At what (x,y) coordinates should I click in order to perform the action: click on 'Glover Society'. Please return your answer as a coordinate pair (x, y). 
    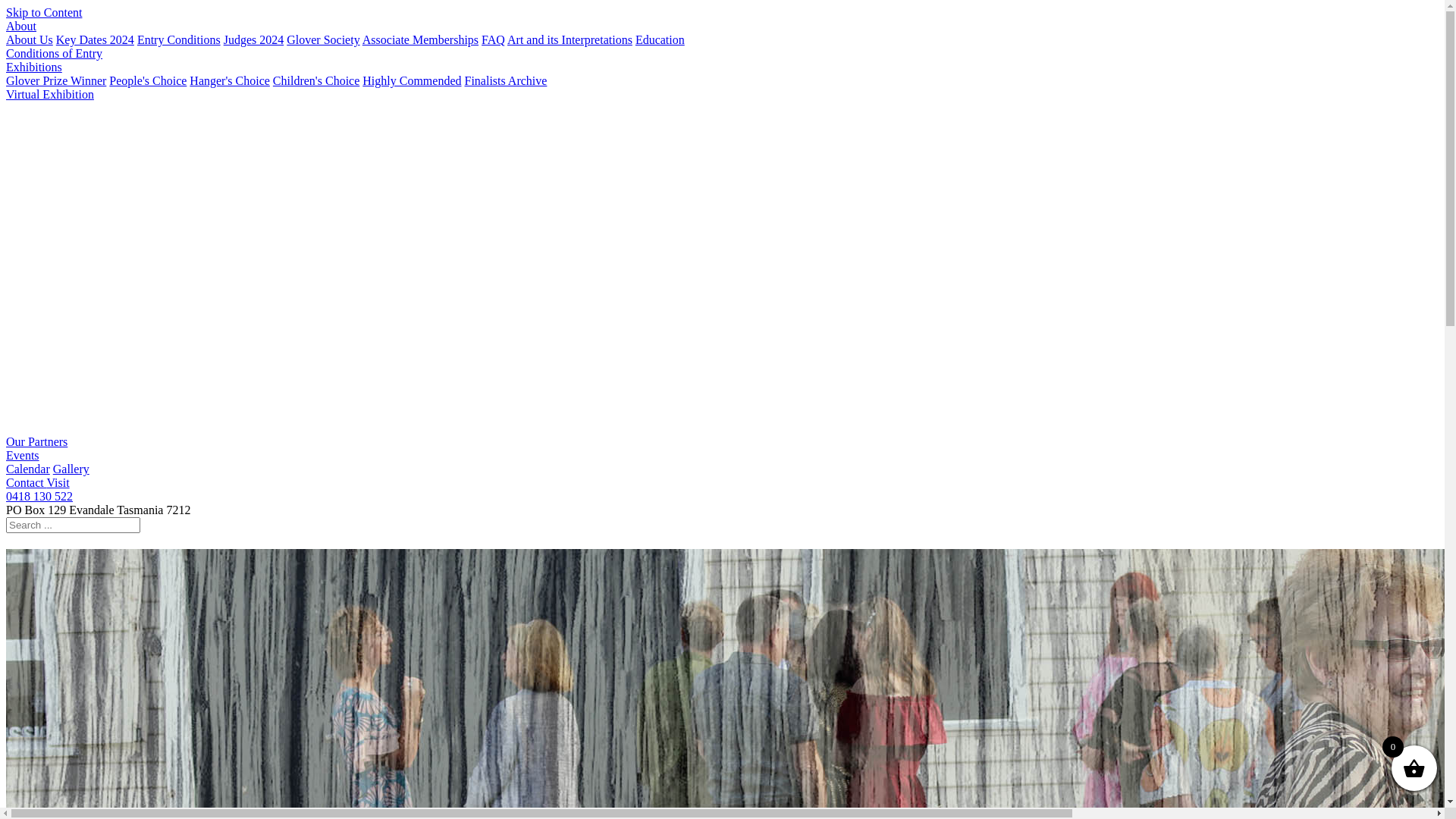
    Looking at the image, I should click on (322, 39).